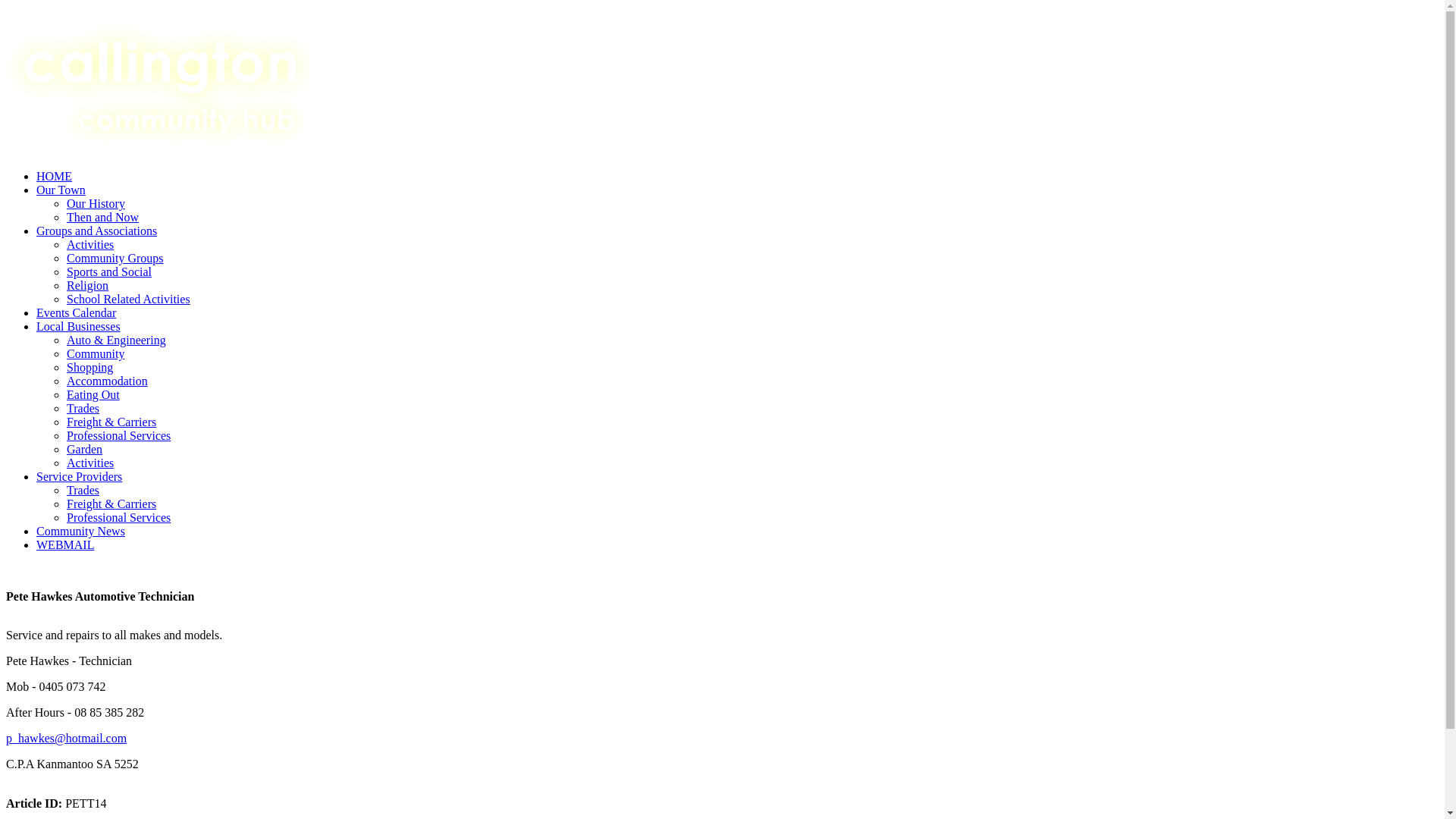 Image resolution: width=1456 pixels, height=819 pixels. I want to click on 'Activities', so click(89, 243).